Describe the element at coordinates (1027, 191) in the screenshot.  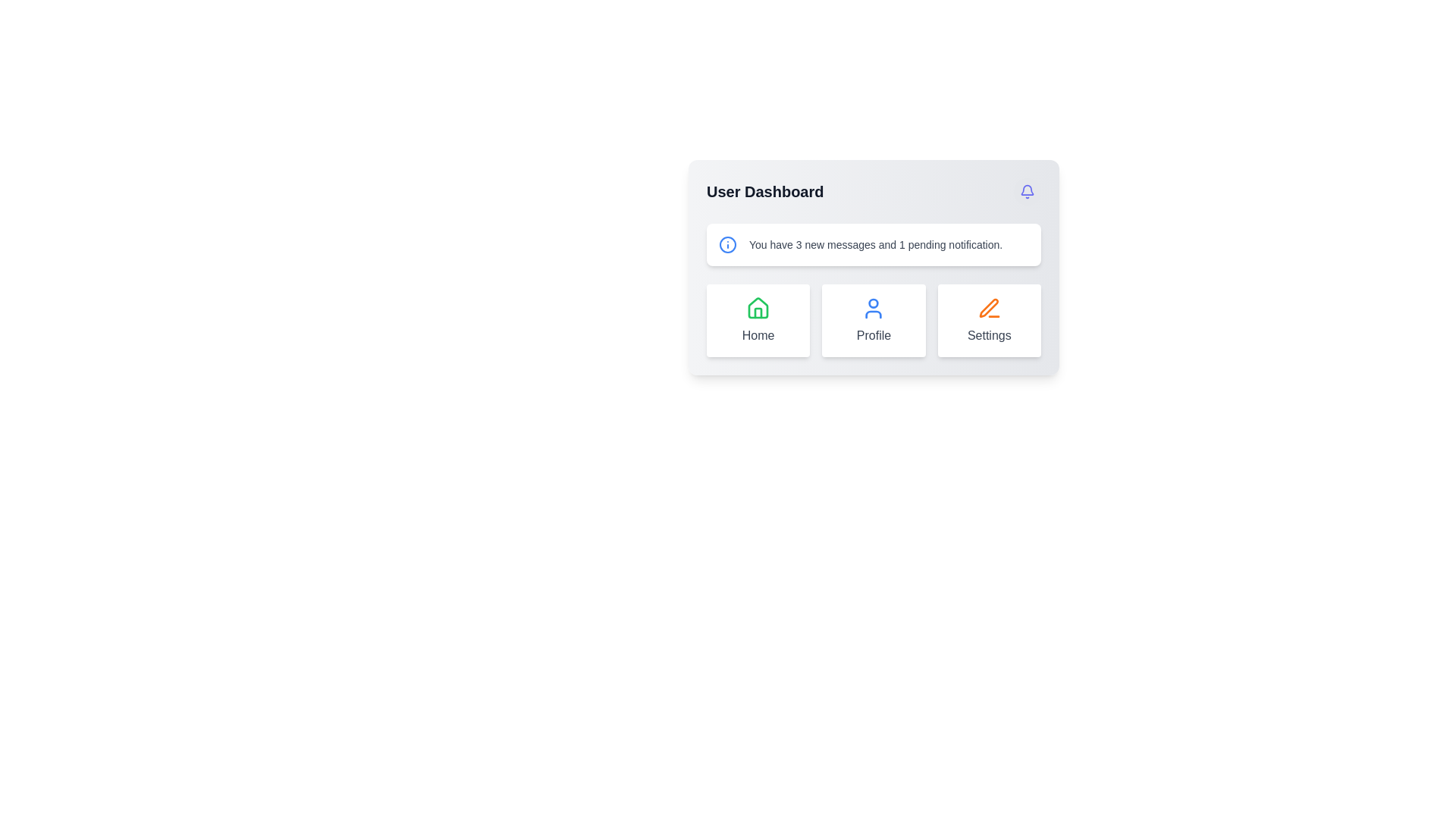
I see `the notification button represented by a bell icon in the top-right corner of the header area titled 'User Dashboard'` at that location.